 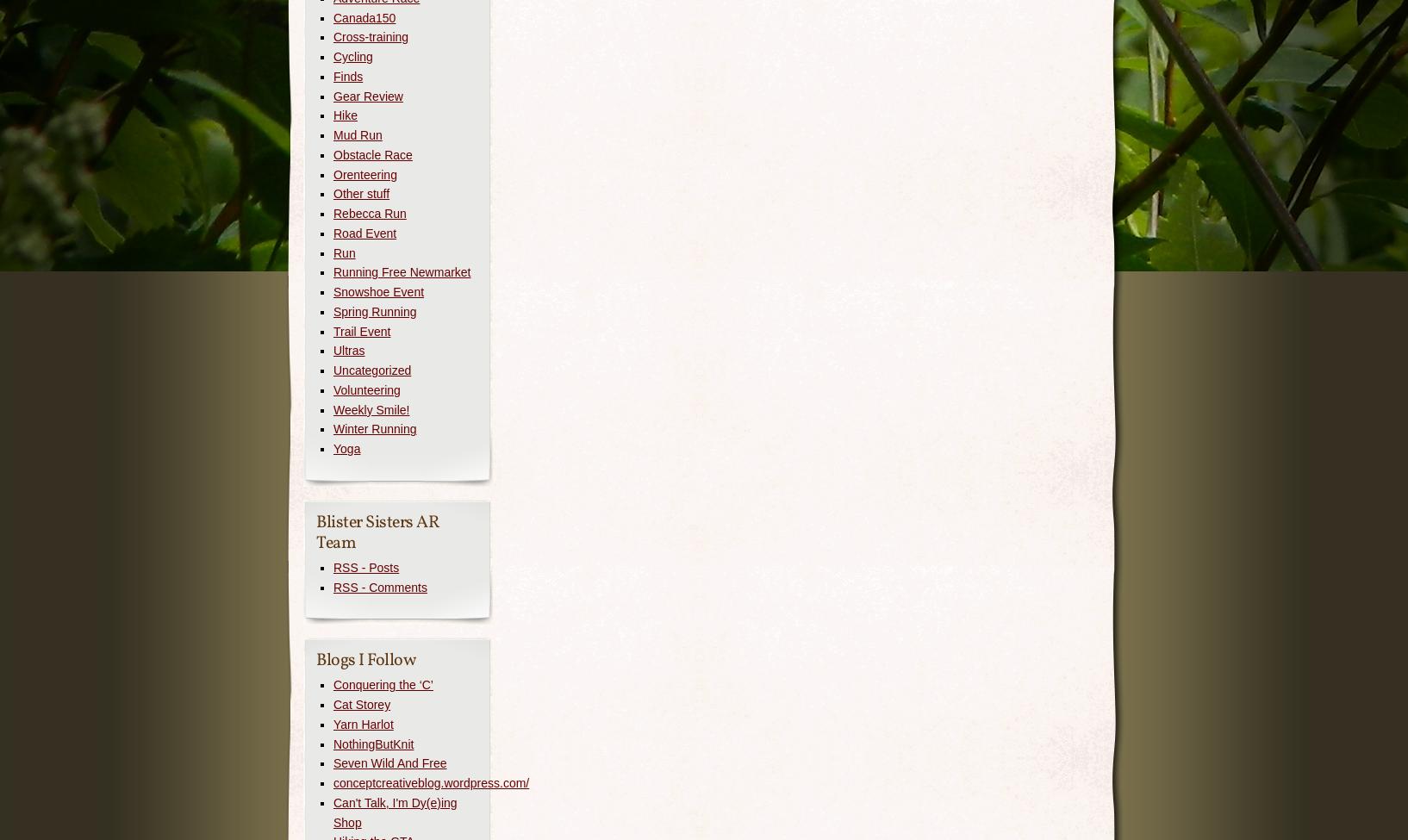 What do you see at coordinates (369, 214) in the screenshot?
I see `'Rebecca Run'` at bounding box center [369, 214].